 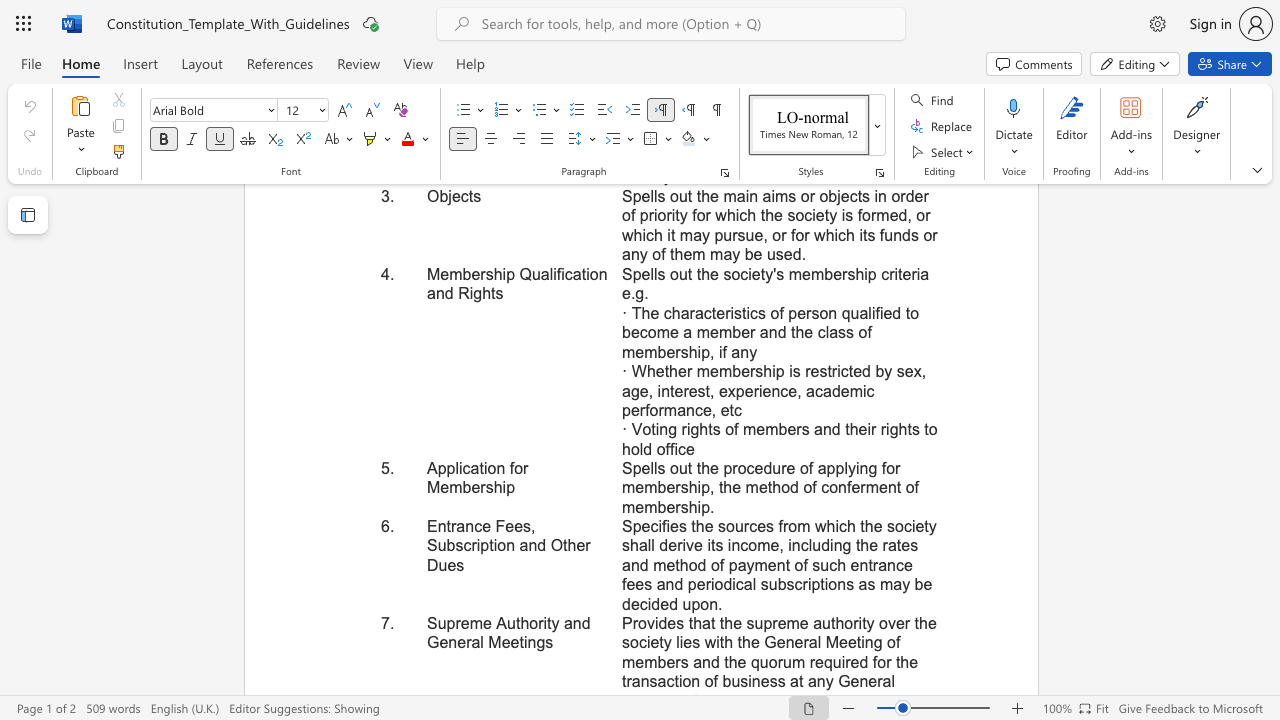 What do you see at coordinates (749, 642) in the screenshot?
I see `the subset text "e General Meeting of mem" within the text "Provides that the supreme authority over the society lies with the General Meeting of members and the quorum"` at bounding box center [749, 642].